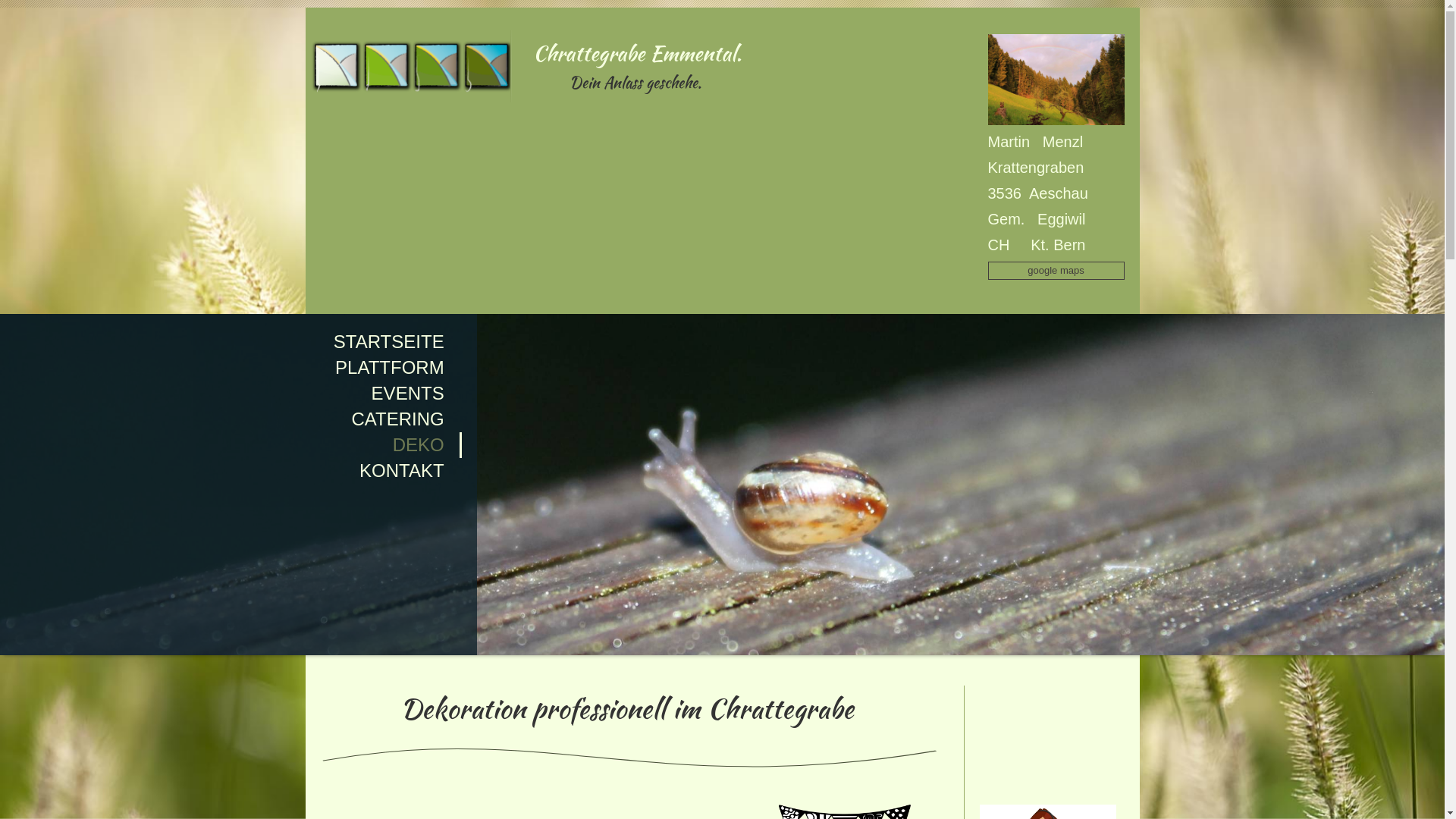 Image resolution: width=1456 pixels, height=819 pixels. Describe the element at coordinates (1055, 270) in the screenshot. I see `'google maps'` at that location.